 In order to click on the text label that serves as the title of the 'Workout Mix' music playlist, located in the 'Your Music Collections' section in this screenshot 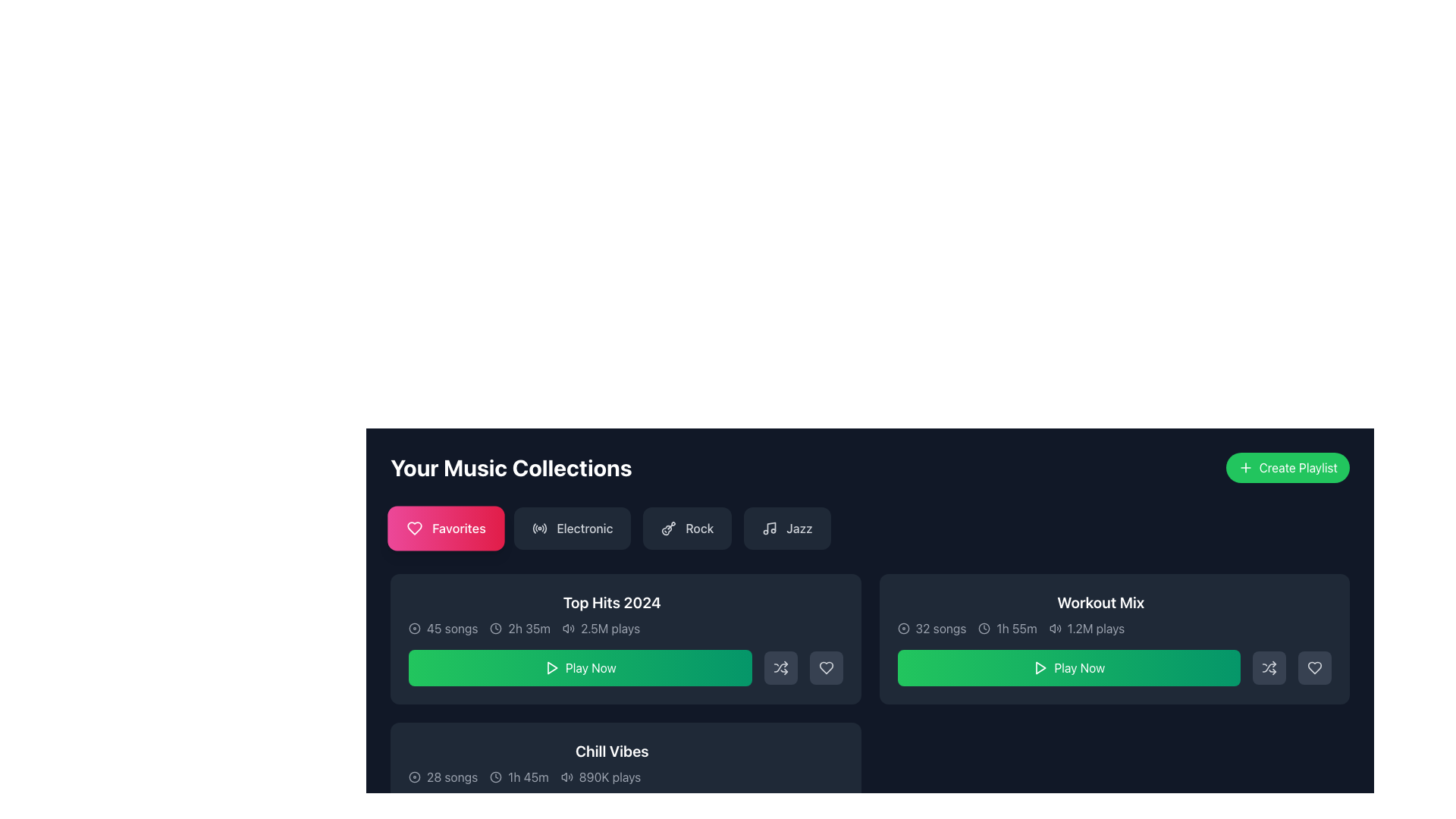, I will do `click(1100, 601)`.